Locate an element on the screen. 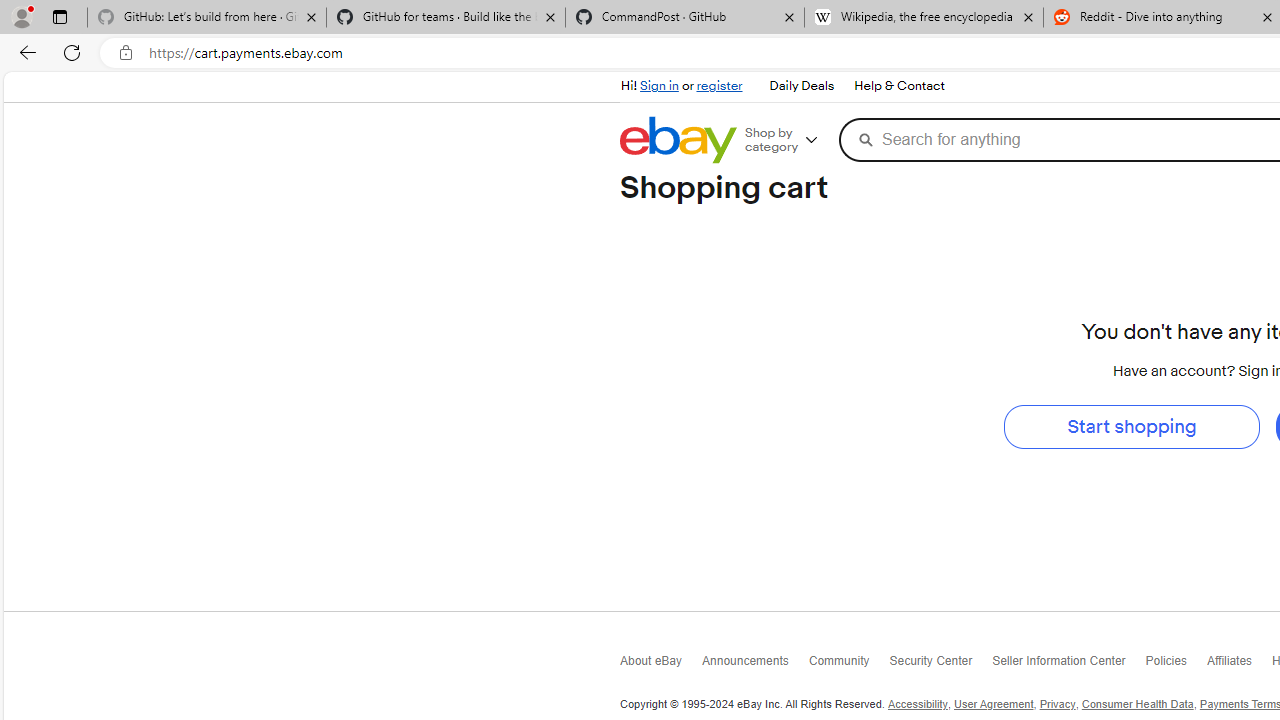 This screenshot has height=720, width=1280. 'Community' is located at coordinates (848, 664).